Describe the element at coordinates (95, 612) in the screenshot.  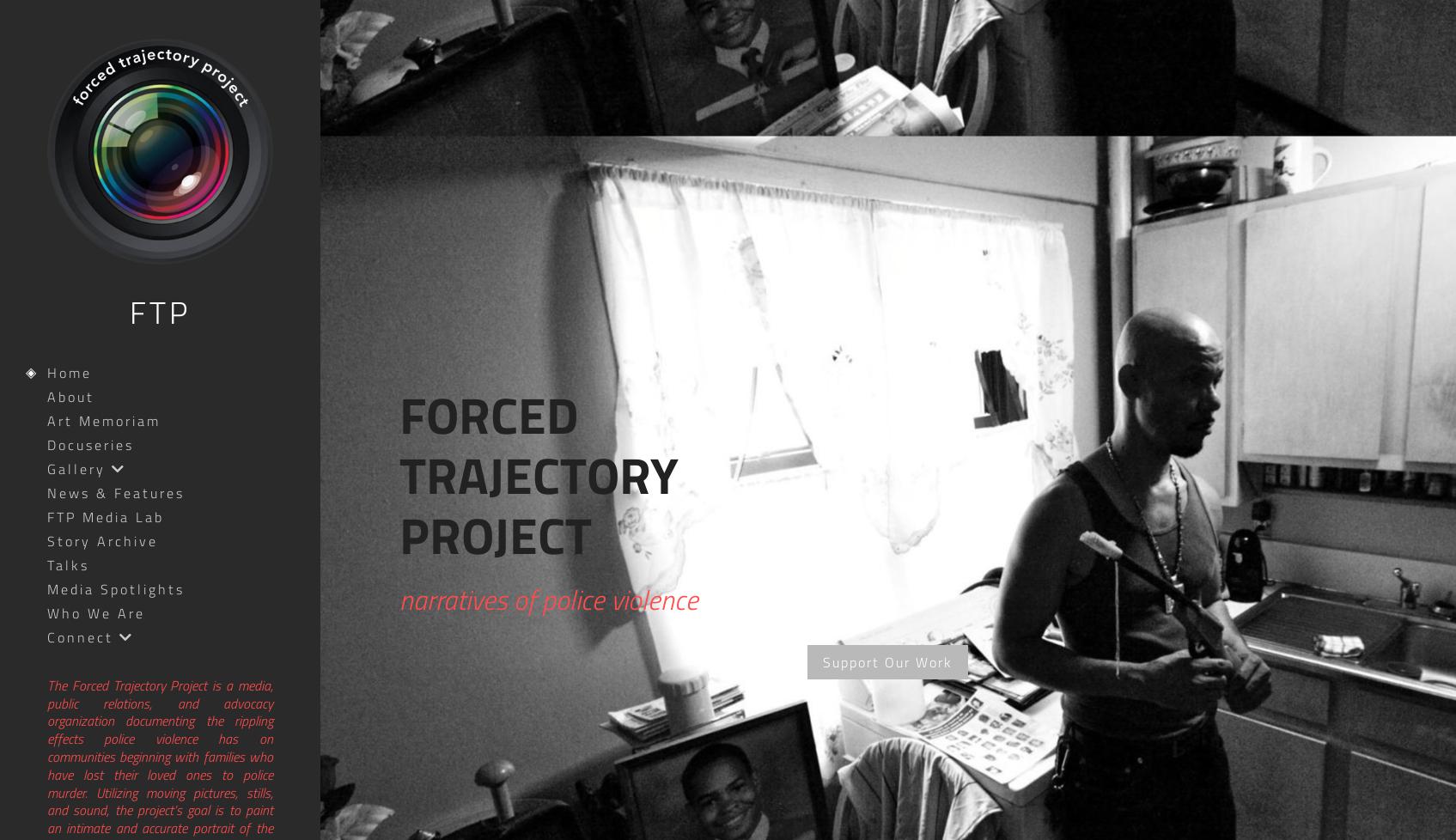
I see `'Who We Are'` at that location.